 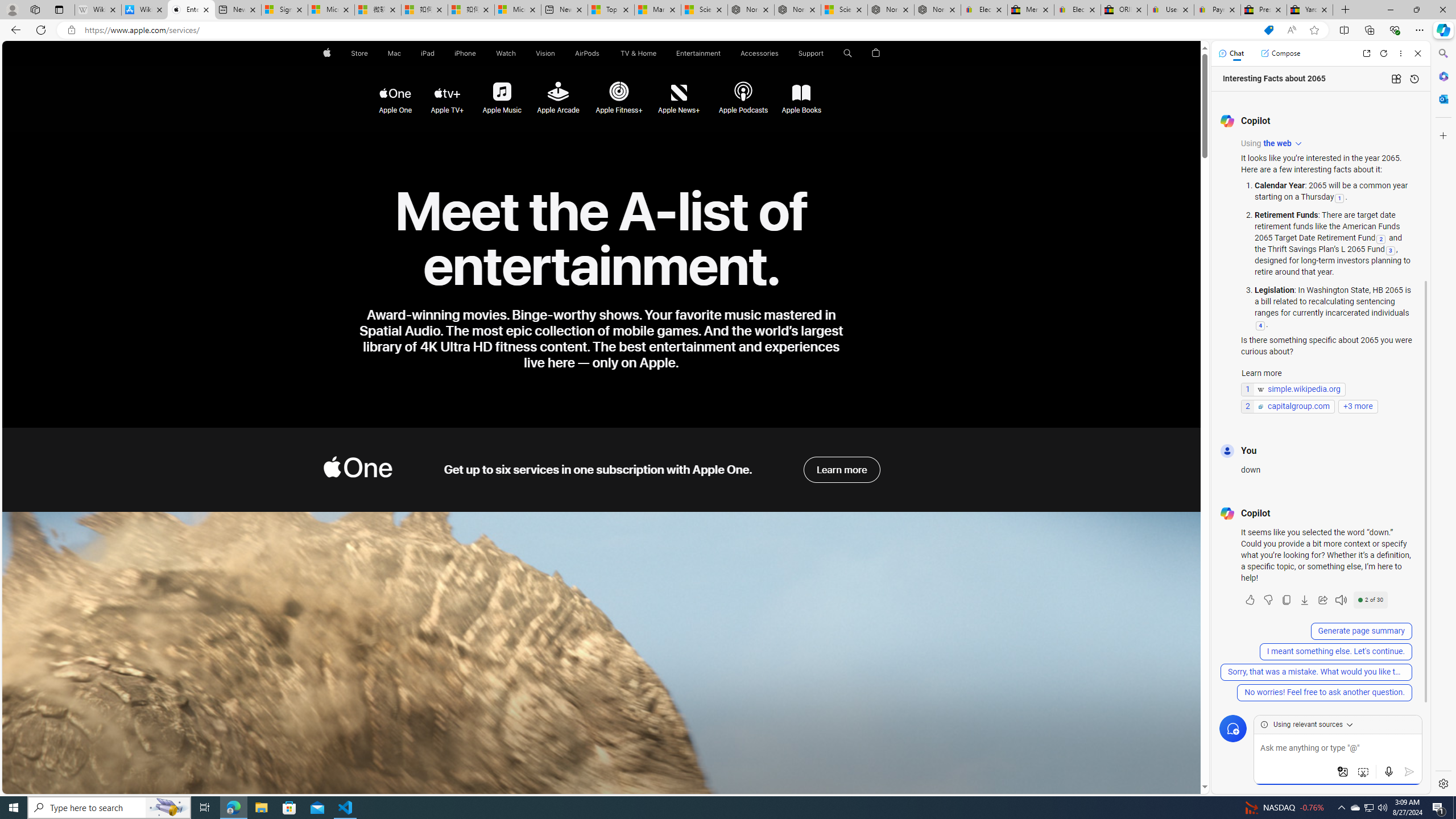 What do you see at coordinates (742, 92) in the screenshot?
I see `'Apple Podcasts'` at bounding box center [742, 92].